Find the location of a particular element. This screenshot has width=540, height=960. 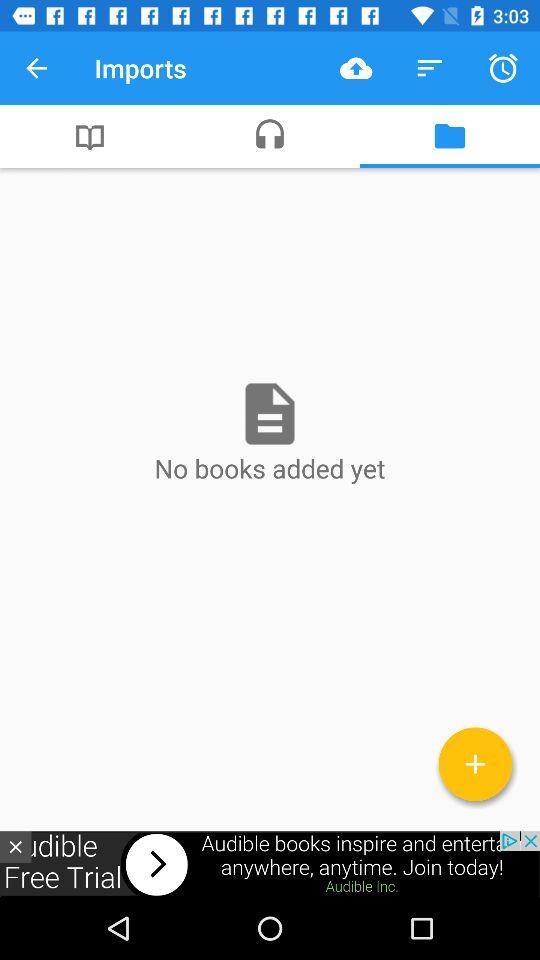

add is located at coordinates (474, 763).